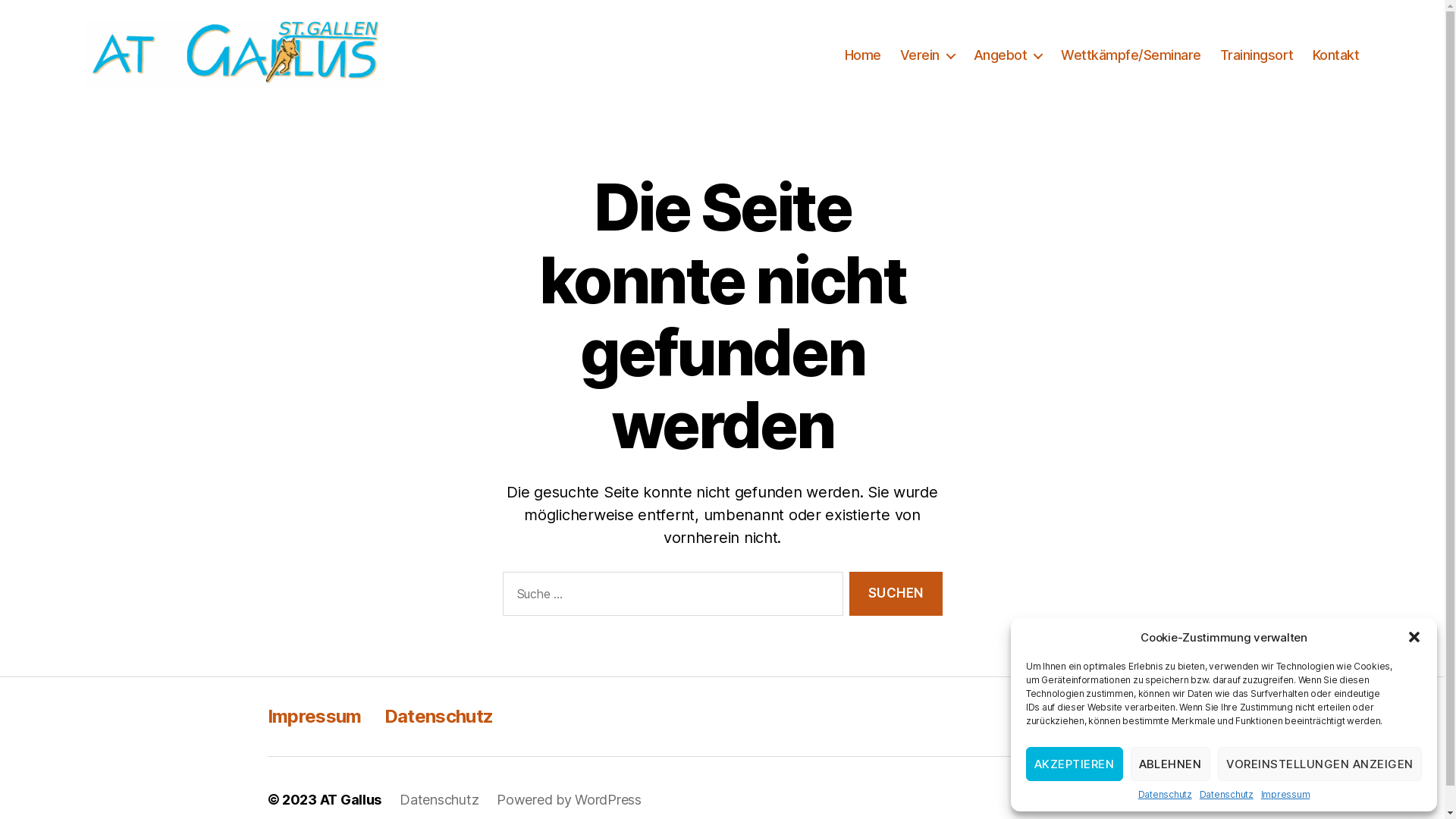  What do you see at coordinates (1169, 764) in the screenshot?
I see `'ABLEHNEN'` at bounding box center [1169, 764].